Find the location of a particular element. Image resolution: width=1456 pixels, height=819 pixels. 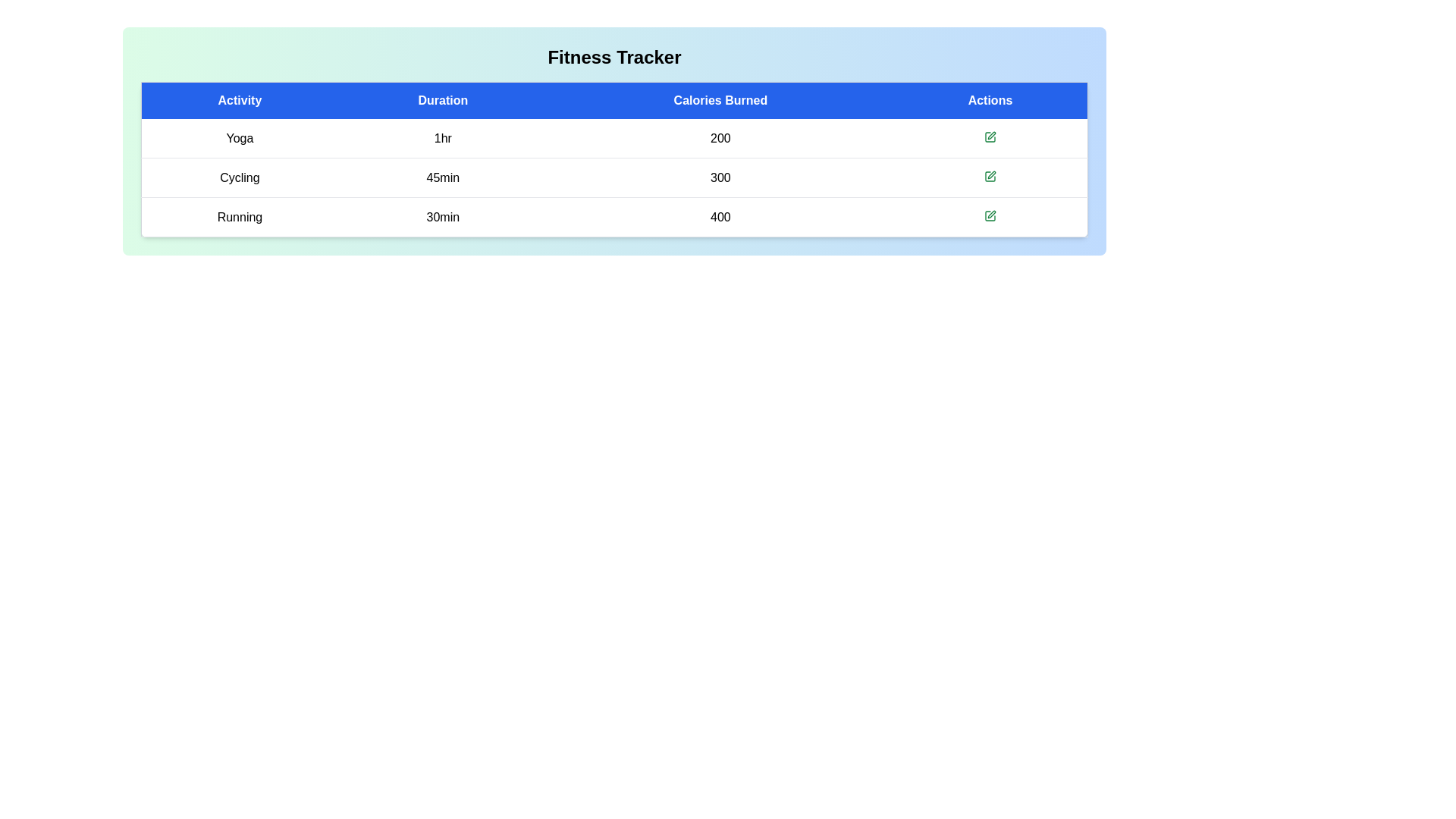

the edit button for the workout row corresponding to Running is located at coordinates (990, 216).